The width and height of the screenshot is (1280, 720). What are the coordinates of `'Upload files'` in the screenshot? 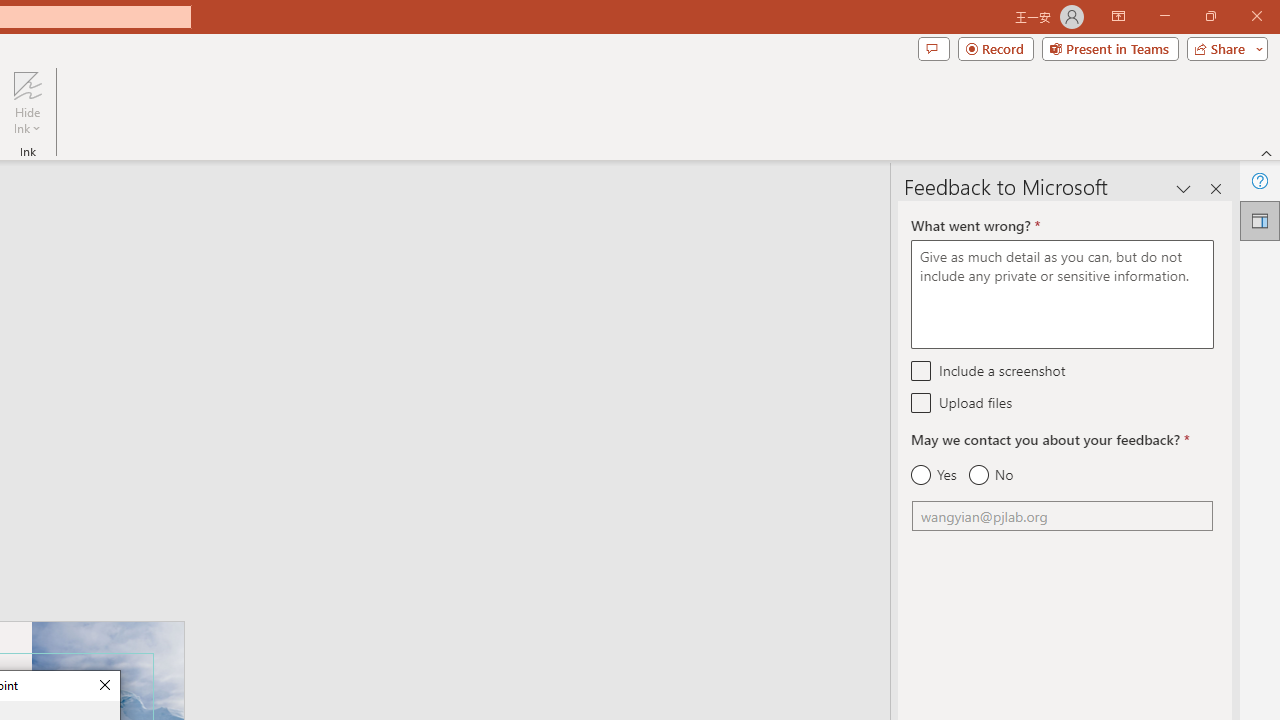 It's located at (920, 402).